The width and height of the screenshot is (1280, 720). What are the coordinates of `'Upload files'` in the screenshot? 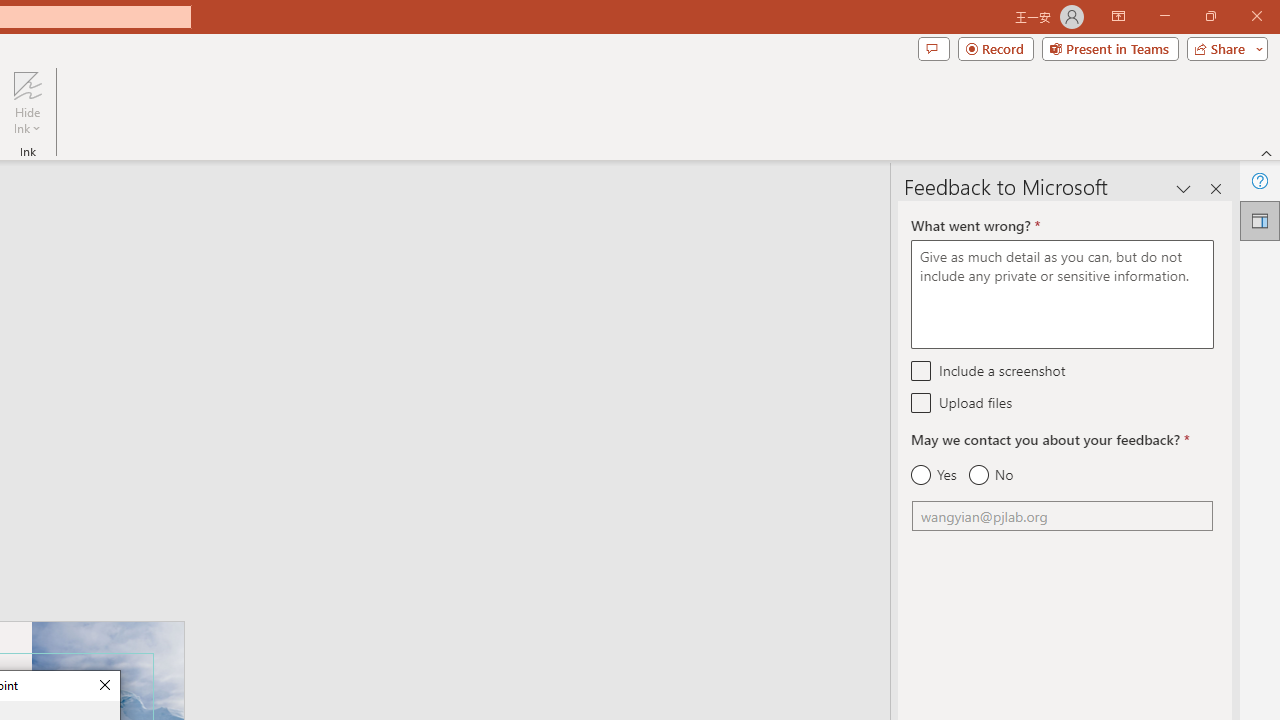 It's located at (920, 402).